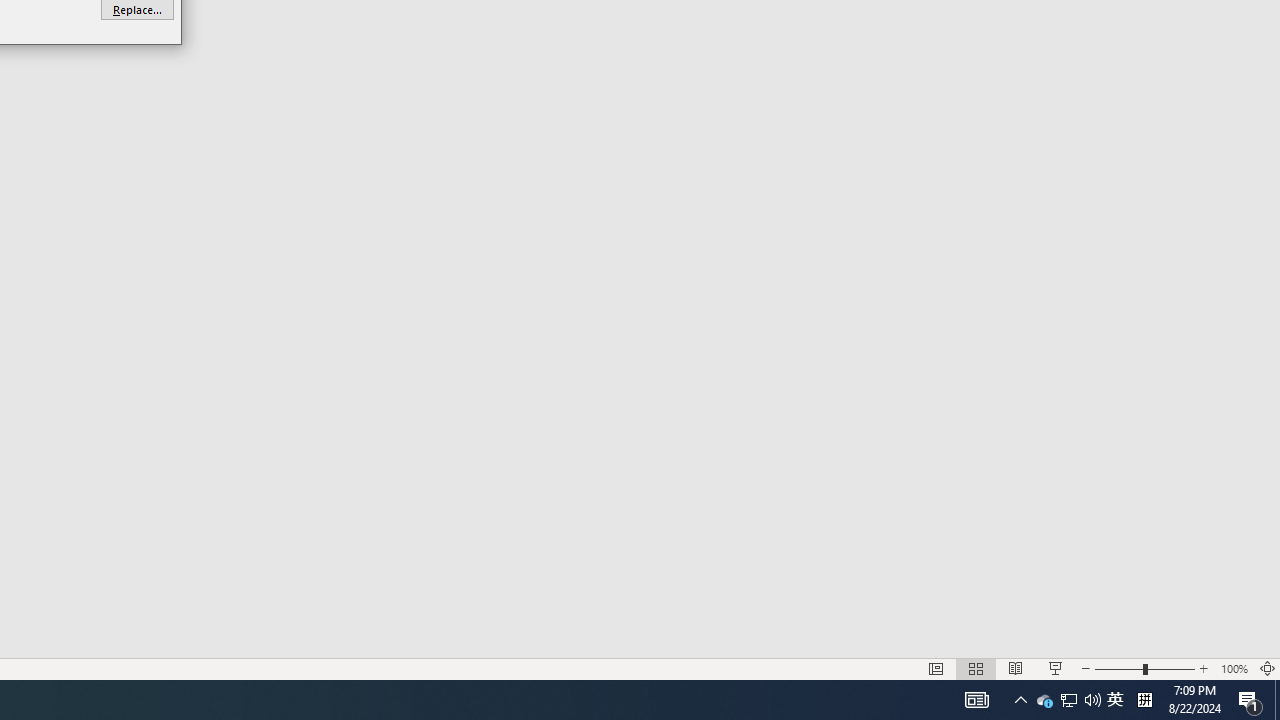  Describe the element at coordinates (1233, 669) in the screenshot. I see `'Zoom 100%'` at that location.